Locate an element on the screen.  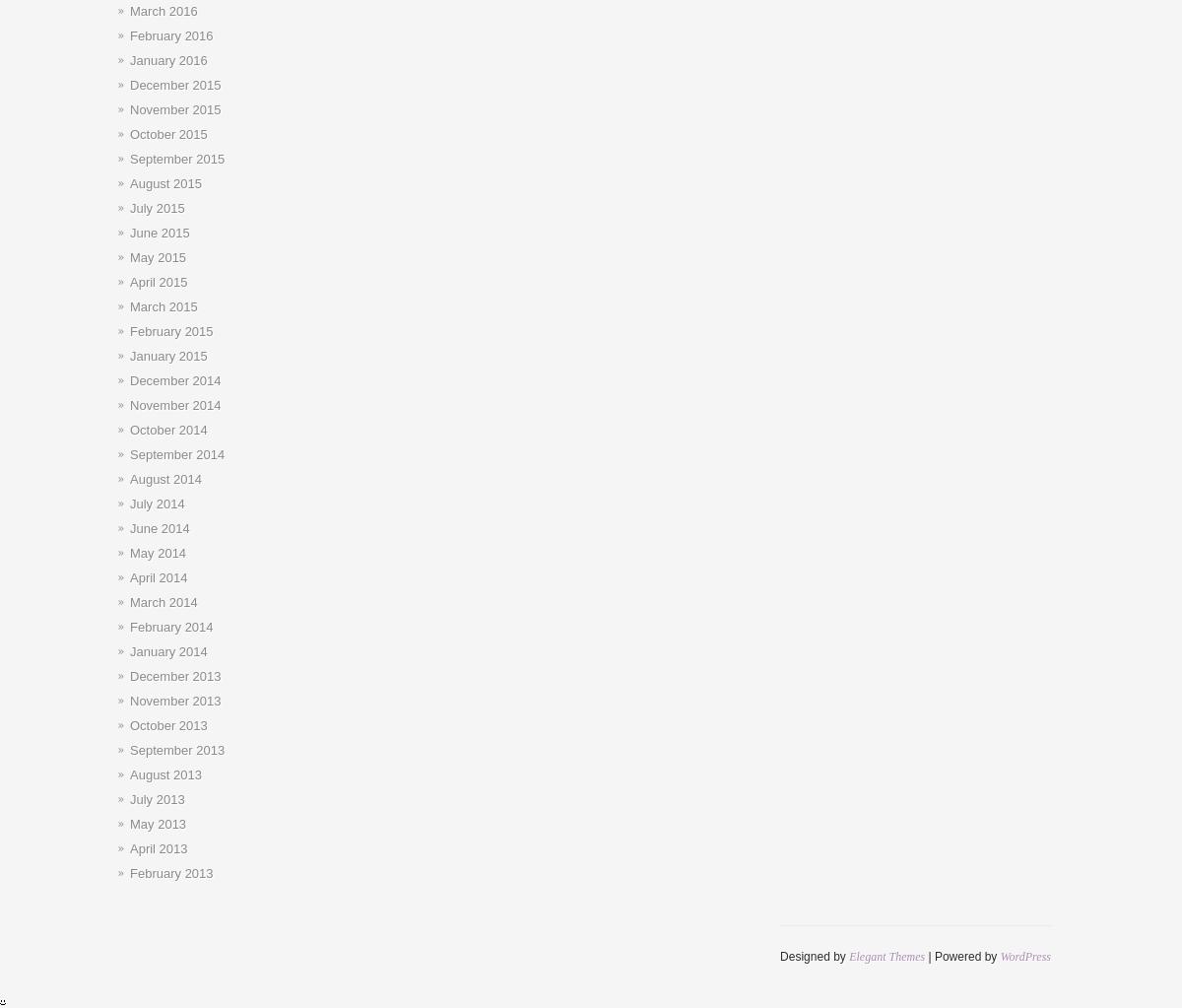
'July 2014' is located at coordinates (156, 504).